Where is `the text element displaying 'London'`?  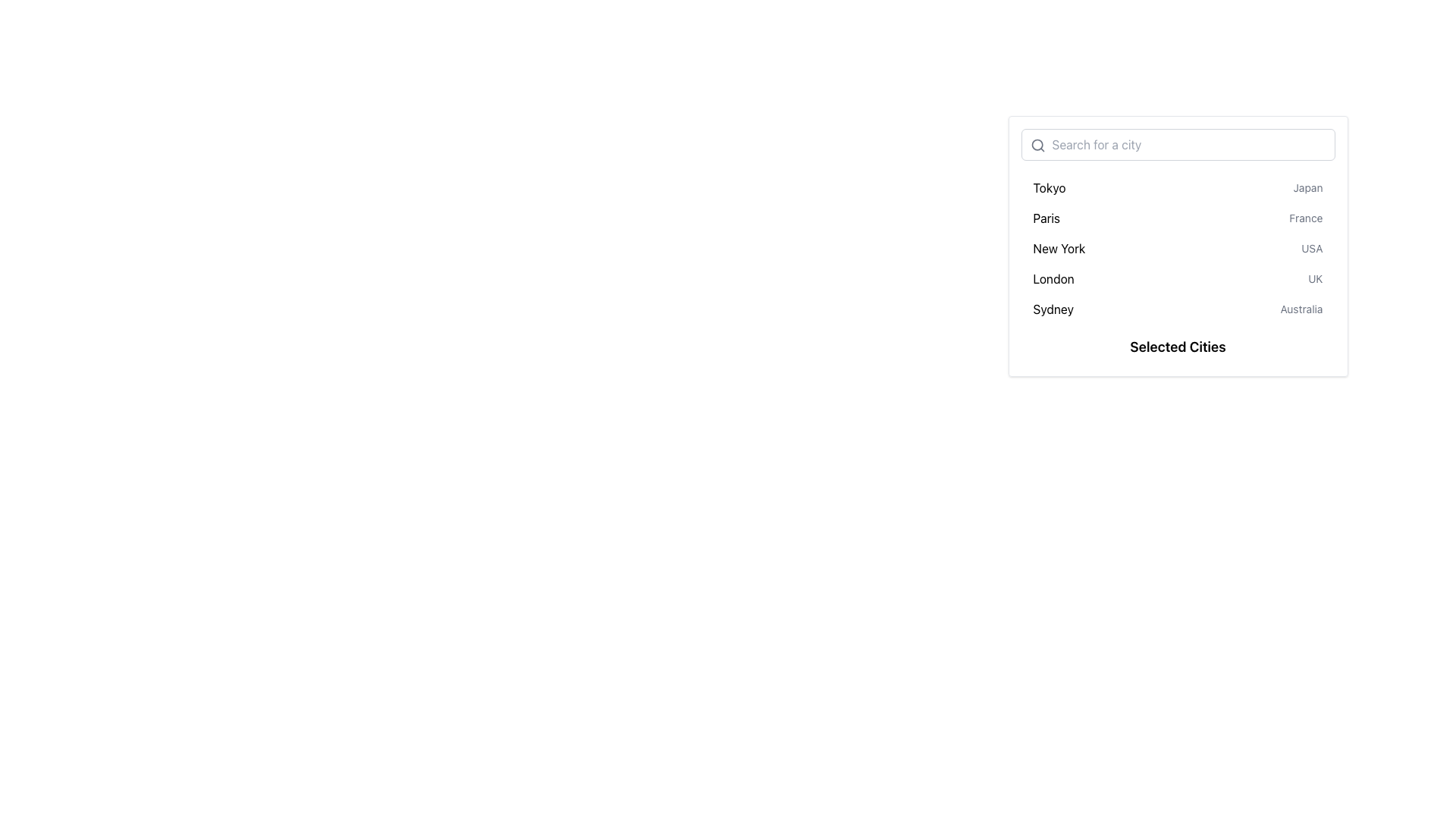 the text element displaying 'London' is located at coordinates (1053, 278).